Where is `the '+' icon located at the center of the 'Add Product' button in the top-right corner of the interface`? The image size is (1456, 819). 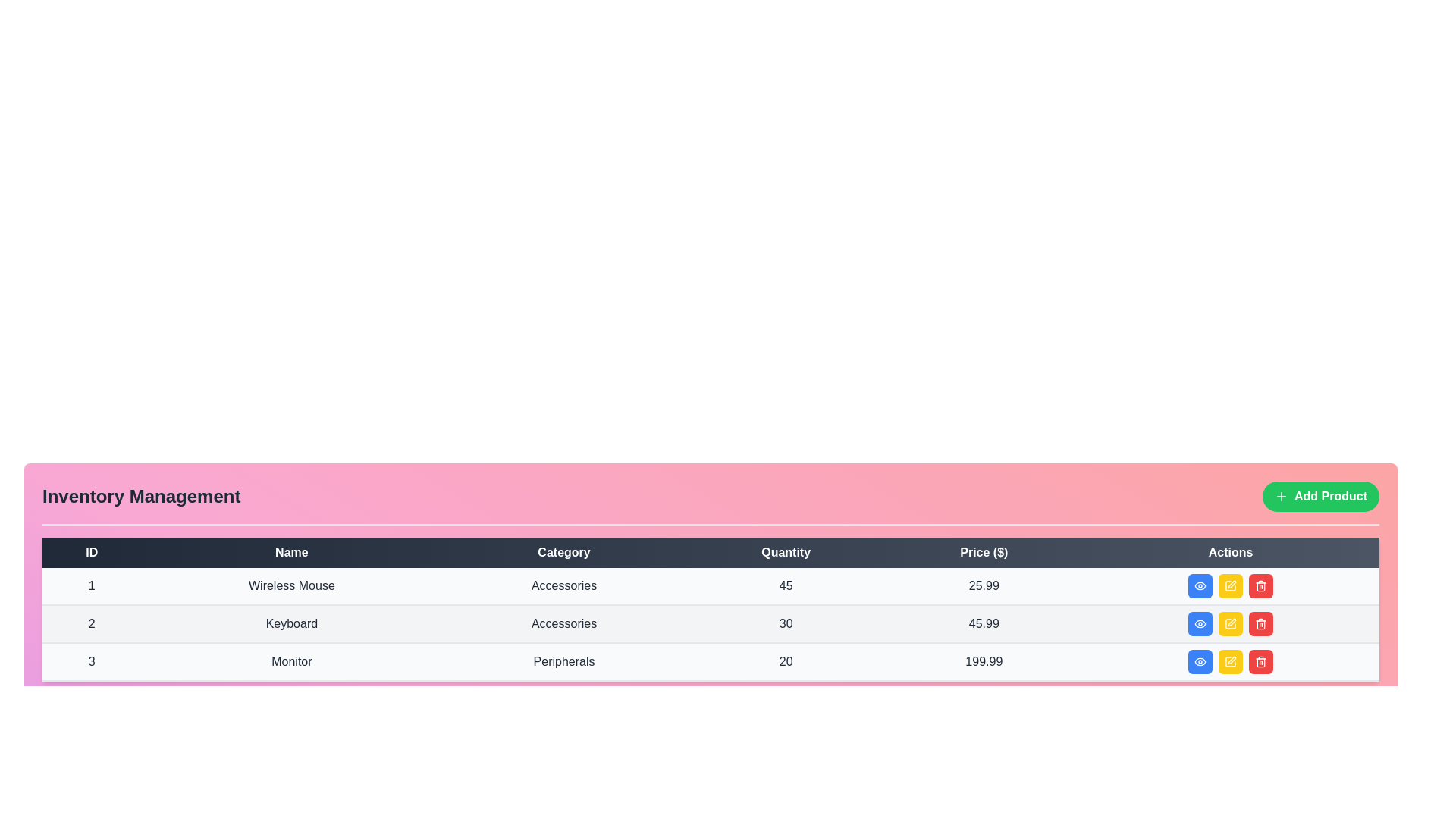 the '+' icon located at the center of the 'Add Product' button in the top-right corner of the interface is located at coordinates (1280, 497).